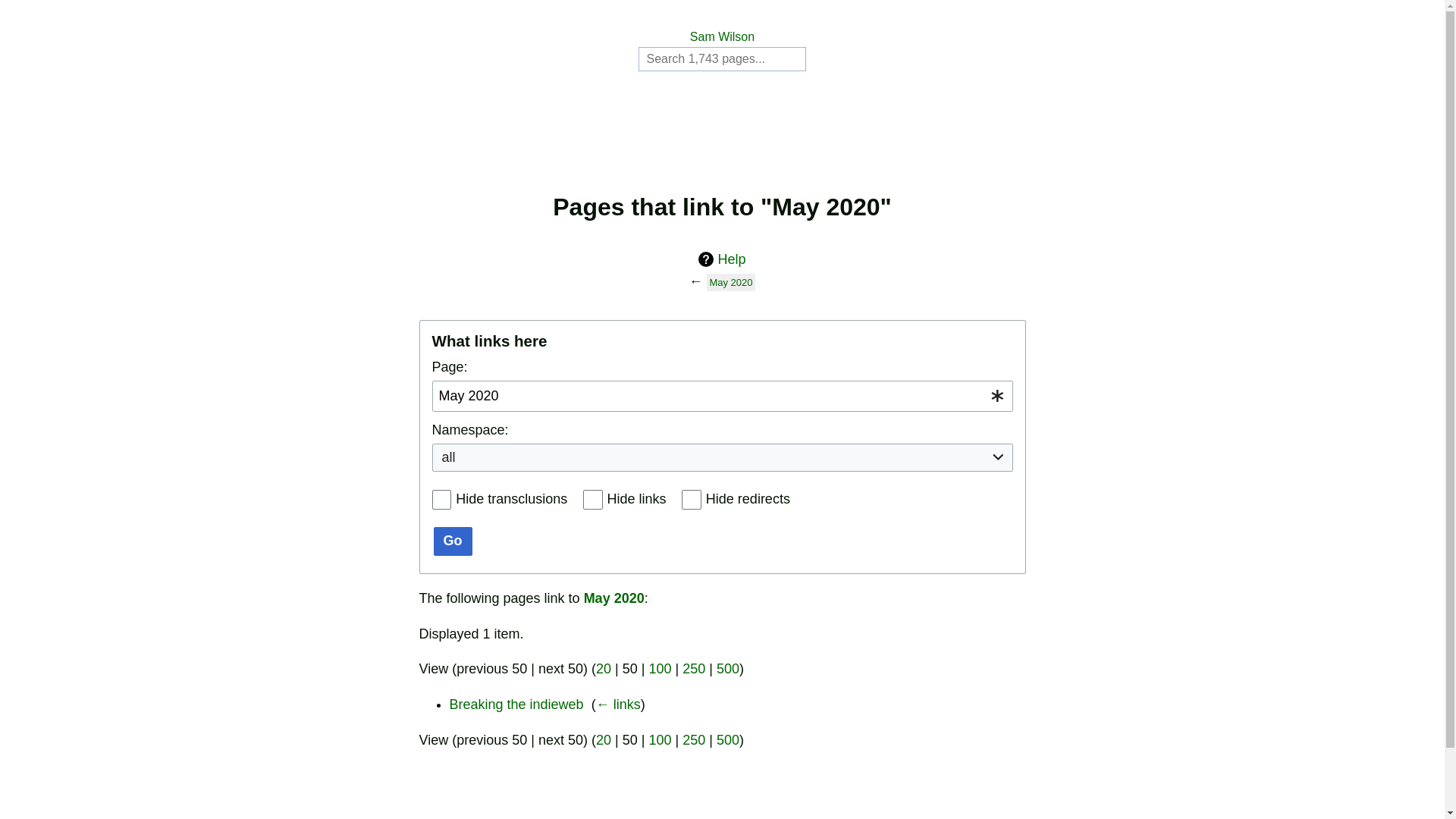 The image size is (1456, 819). I want to click on 'Breaking the indieweb', so click(516, 704).